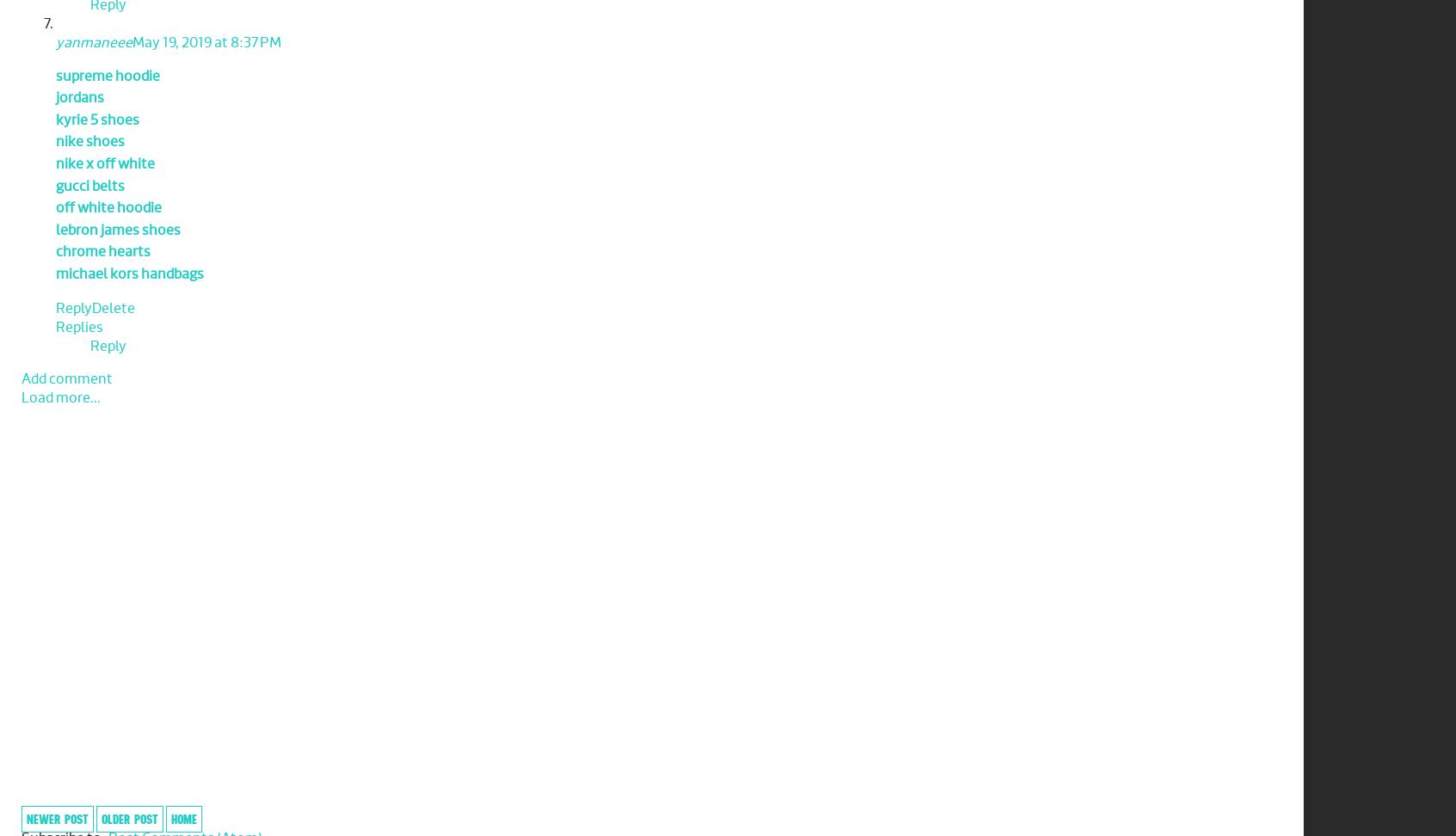 This screenshot has width=1456, height=836. I want to click on 'supreme hoodie', so click(108, 74).